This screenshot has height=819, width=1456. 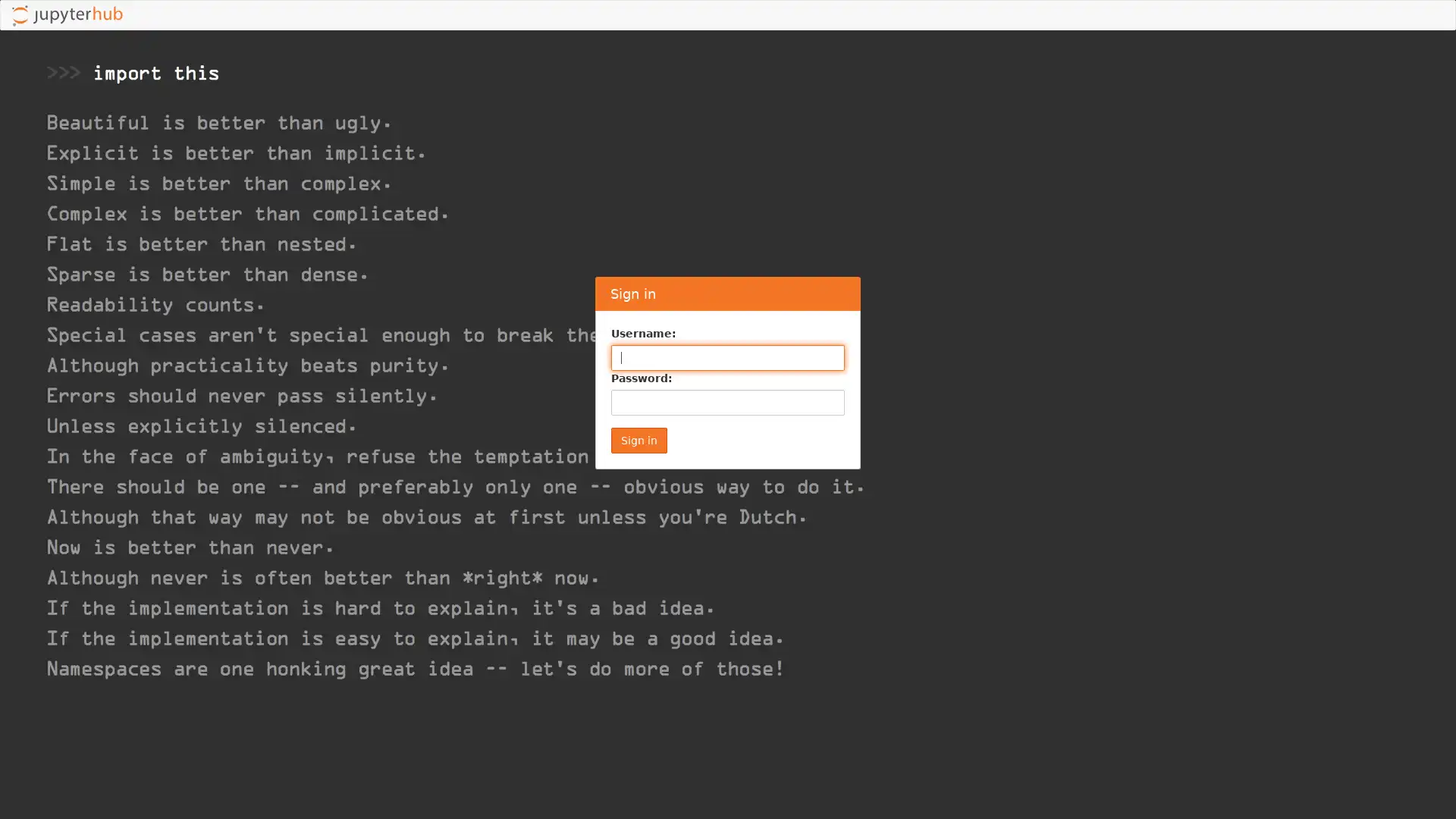 What do you see at coordinates (639, 441) in the screenshot?
I see `Sign in` at bounding box center [639, 441].